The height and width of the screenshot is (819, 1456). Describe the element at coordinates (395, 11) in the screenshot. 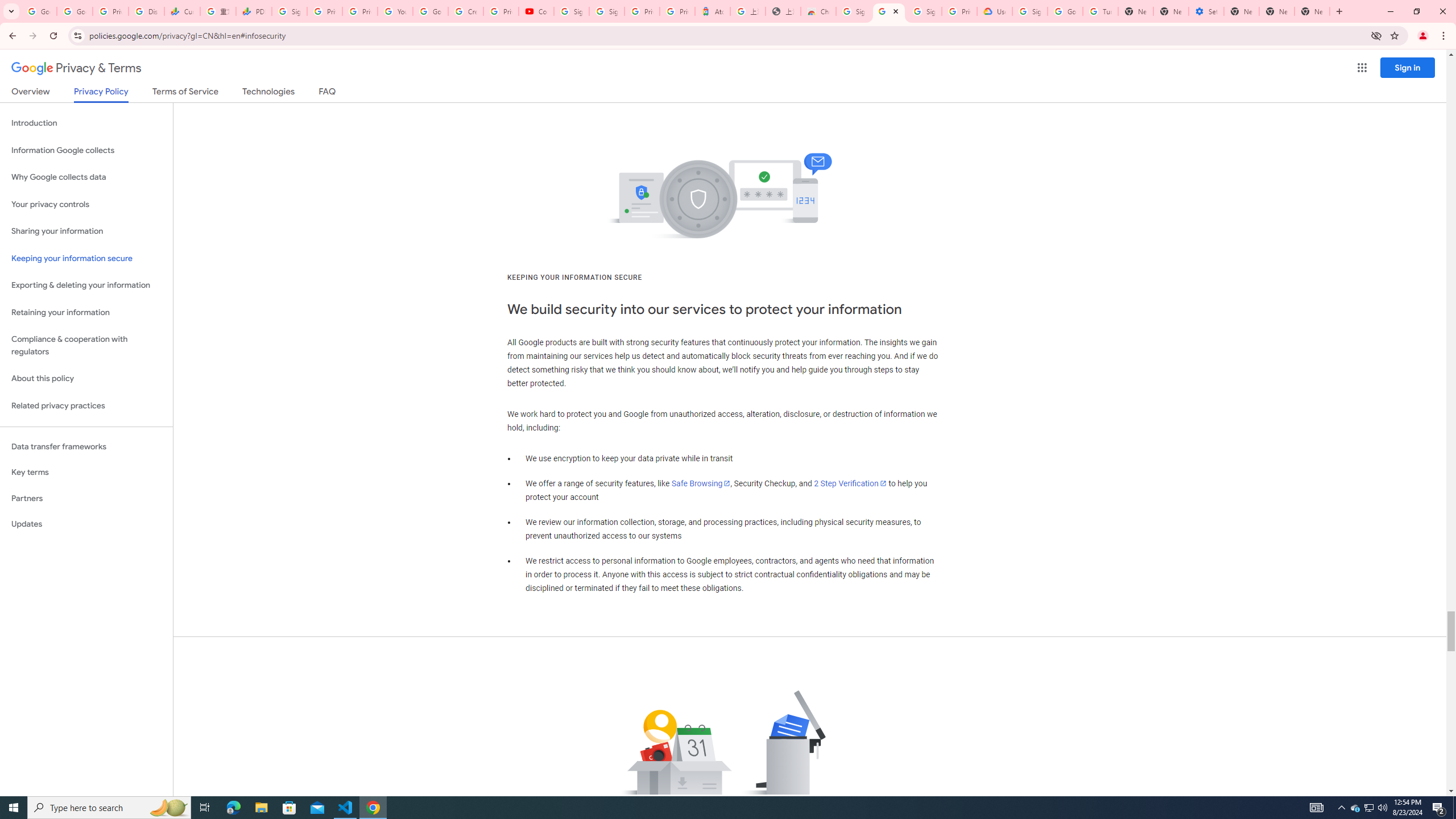

I see `'YouTube'` at that location.